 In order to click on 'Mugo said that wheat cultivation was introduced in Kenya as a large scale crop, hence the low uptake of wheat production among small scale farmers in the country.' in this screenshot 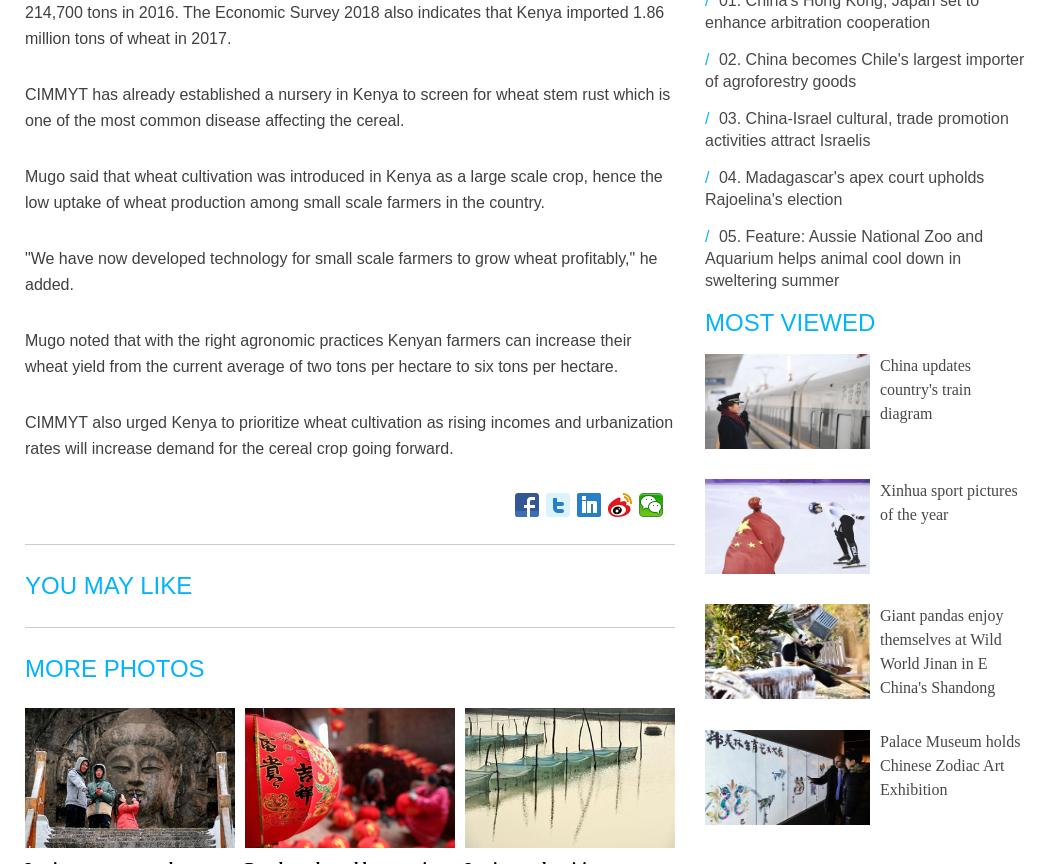, I will do `click(24, 188)`.